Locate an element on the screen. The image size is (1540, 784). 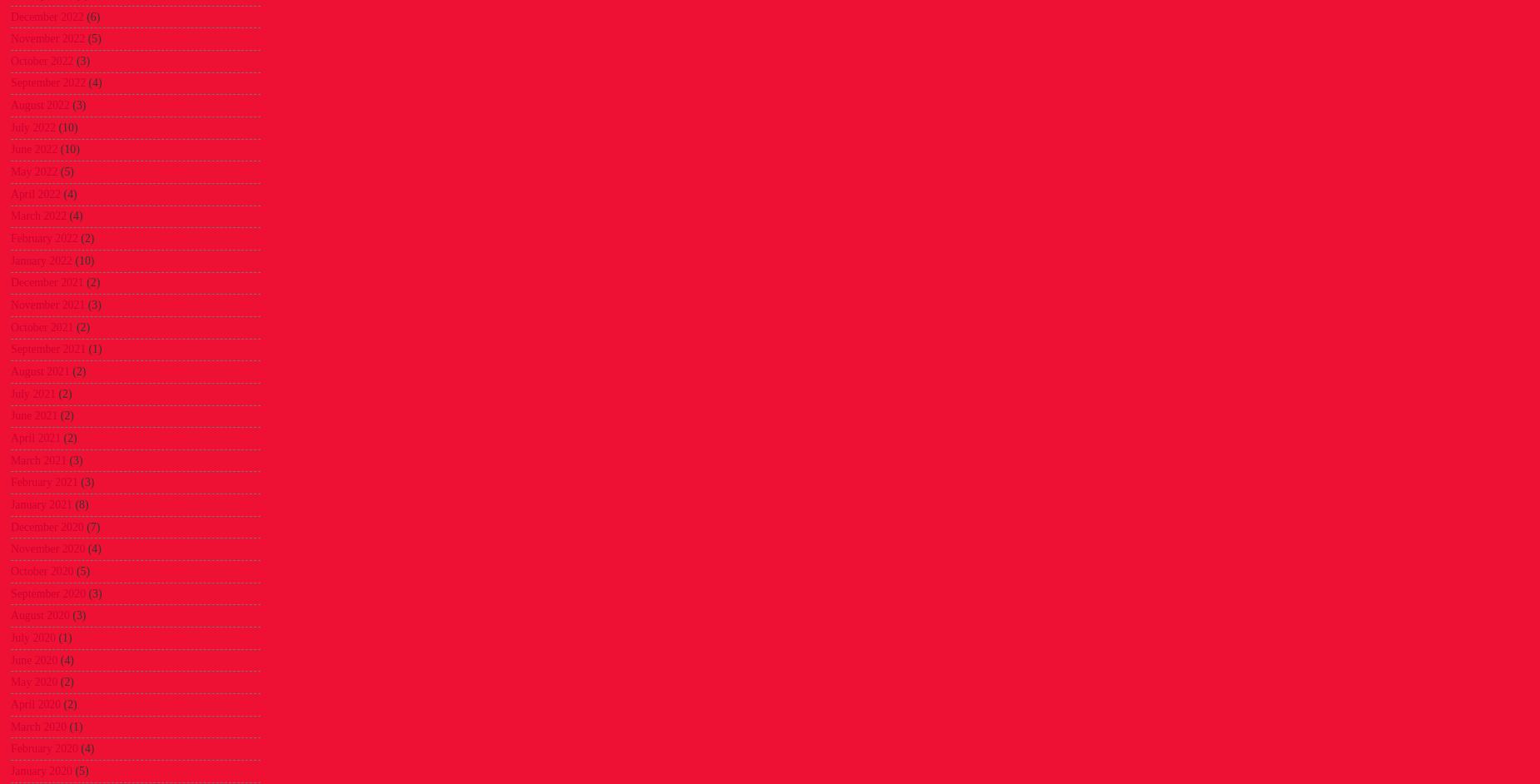
'August 2022' is located at coordinates (38, 105).